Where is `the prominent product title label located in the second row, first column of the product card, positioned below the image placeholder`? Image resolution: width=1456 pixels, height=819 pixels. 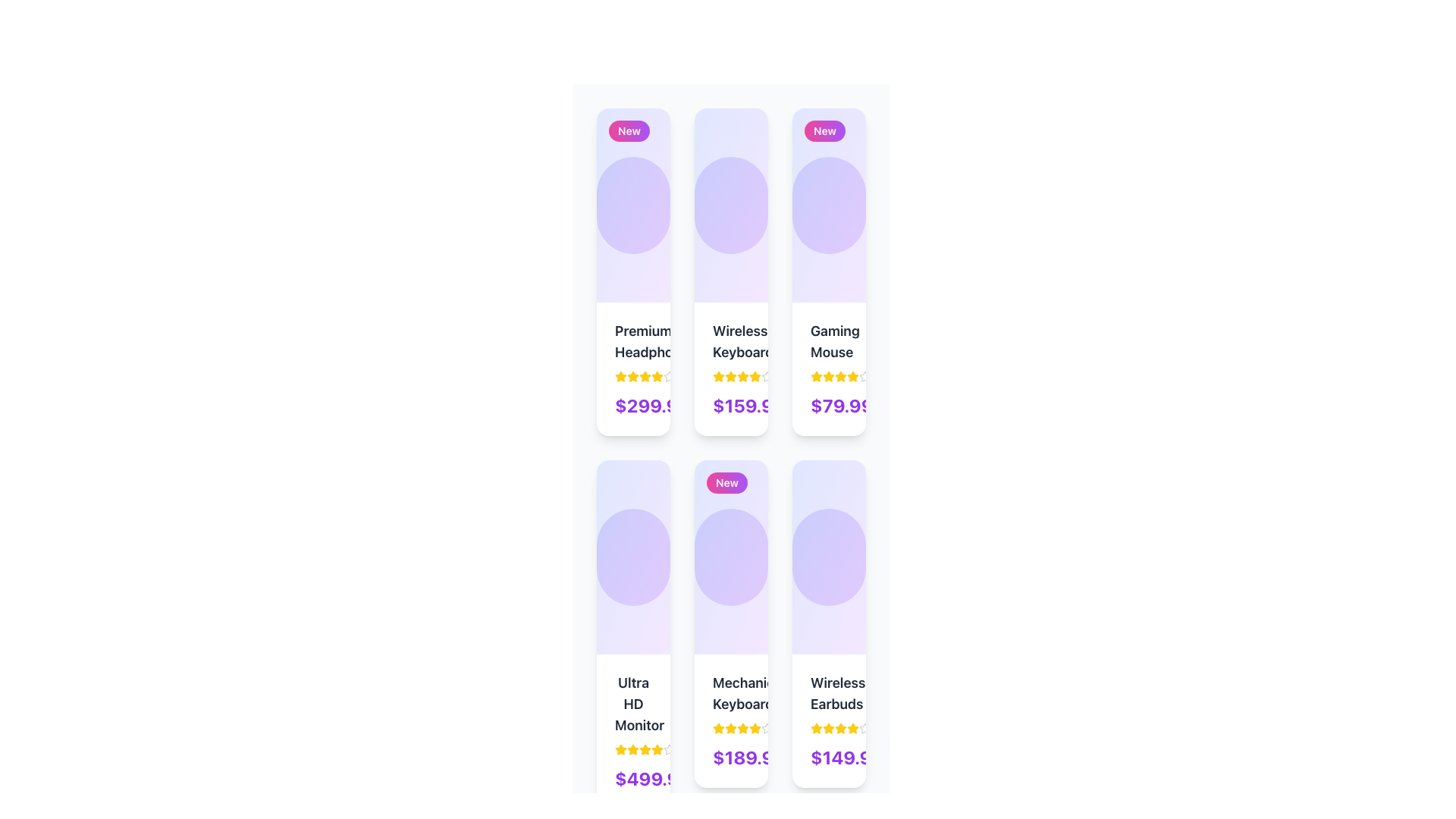 the prominent product title label located in the second row, first column of the product card, positioned below the image placeholder is located at coordinates (633, 704).